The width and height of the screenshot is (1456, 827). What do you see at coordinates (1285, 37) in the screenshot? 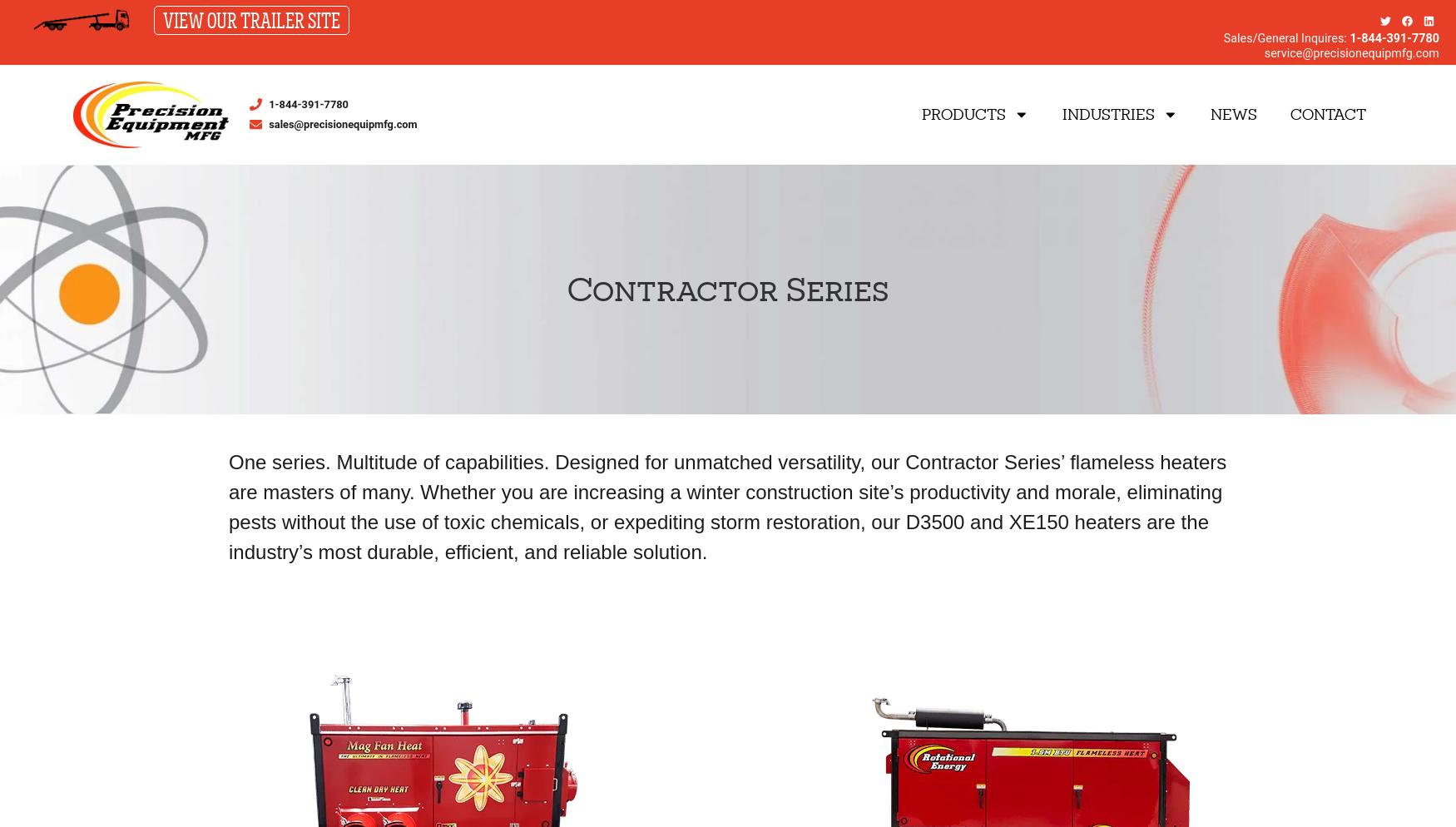
I see `'Sales/General Inquires:'` at bounding box center [1285, 37].